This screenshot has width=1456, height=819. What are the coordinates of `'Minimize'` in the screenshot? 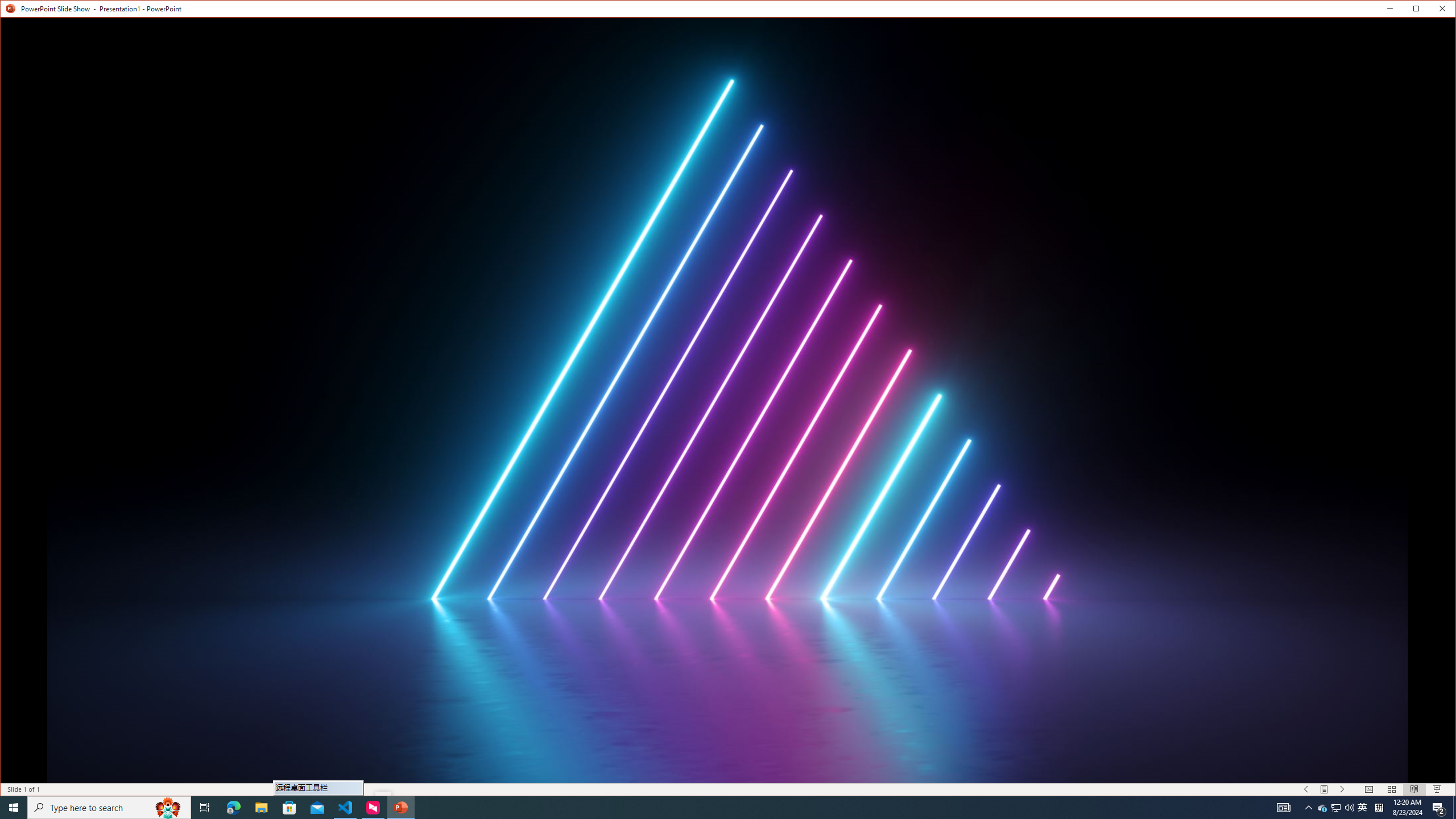 It's located at (1420, 11).